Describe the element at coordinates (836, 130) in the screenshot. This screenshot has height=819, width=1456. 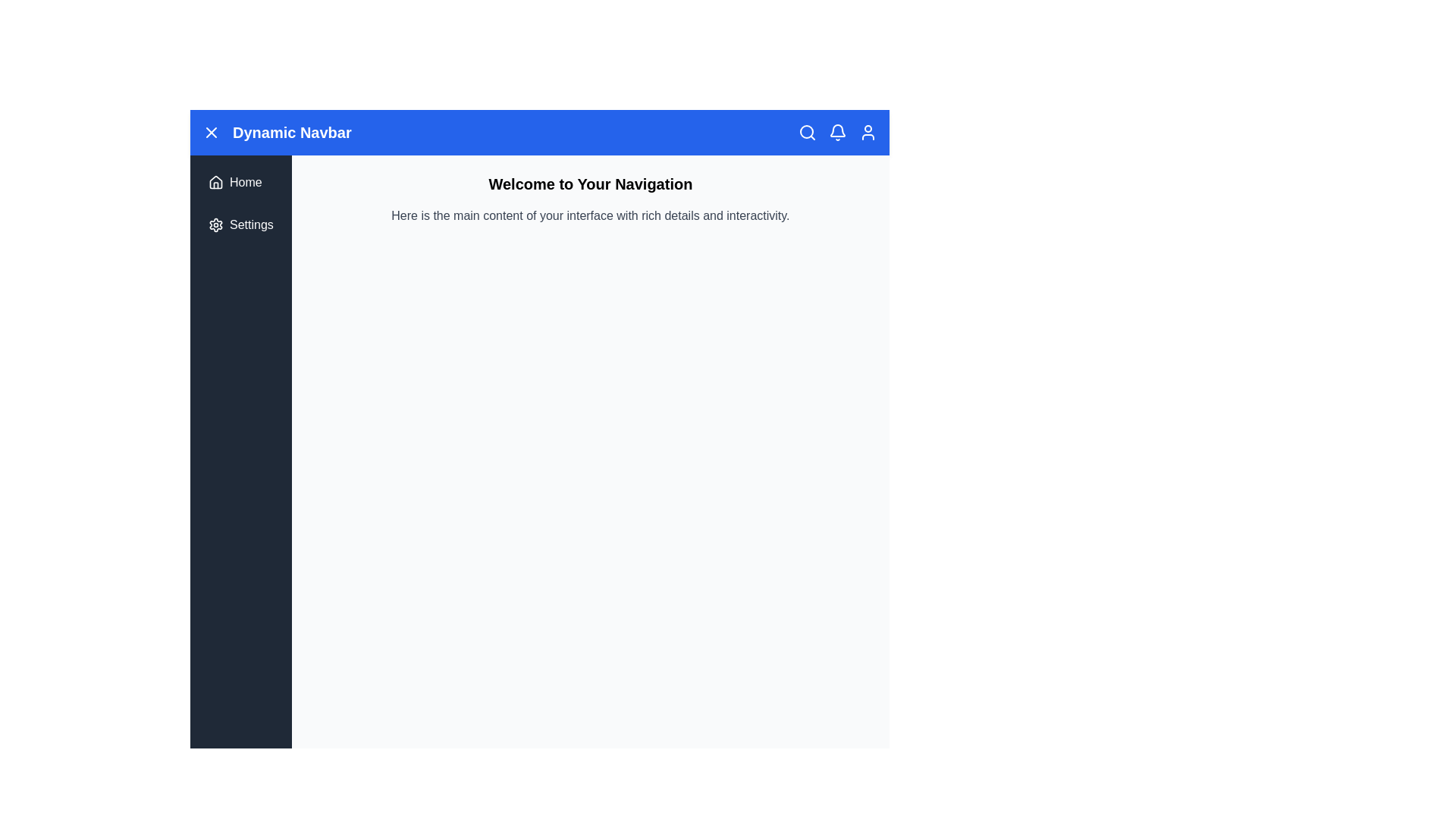
I see `the notification icon located in the top-right corner of the application's navigation bar, which serves as a visual cue for pending notifications` at that location.